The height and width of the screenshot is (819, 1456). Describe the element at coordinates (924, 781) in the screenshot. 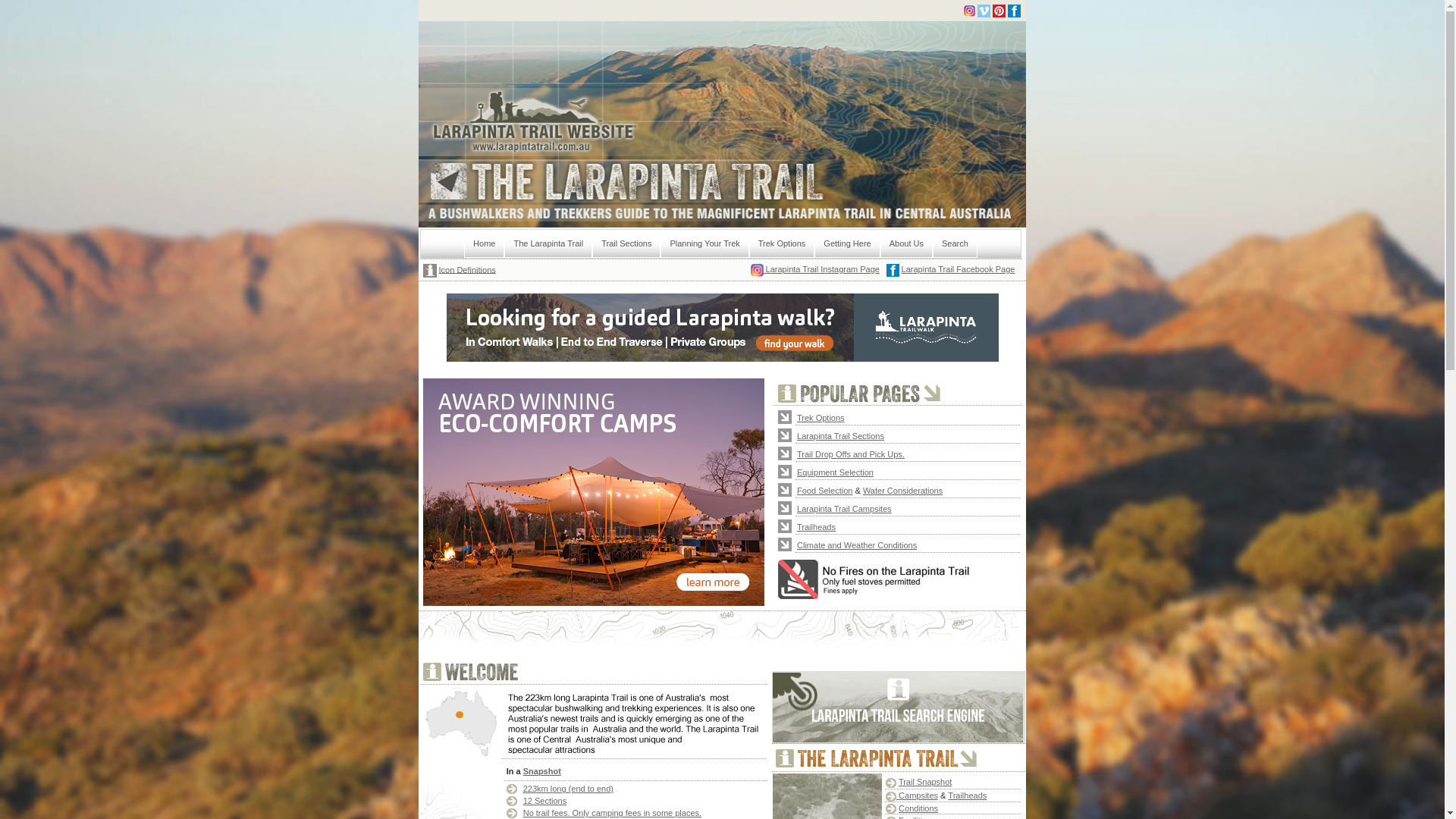

I see `'Trail Snapshot'` at that location.